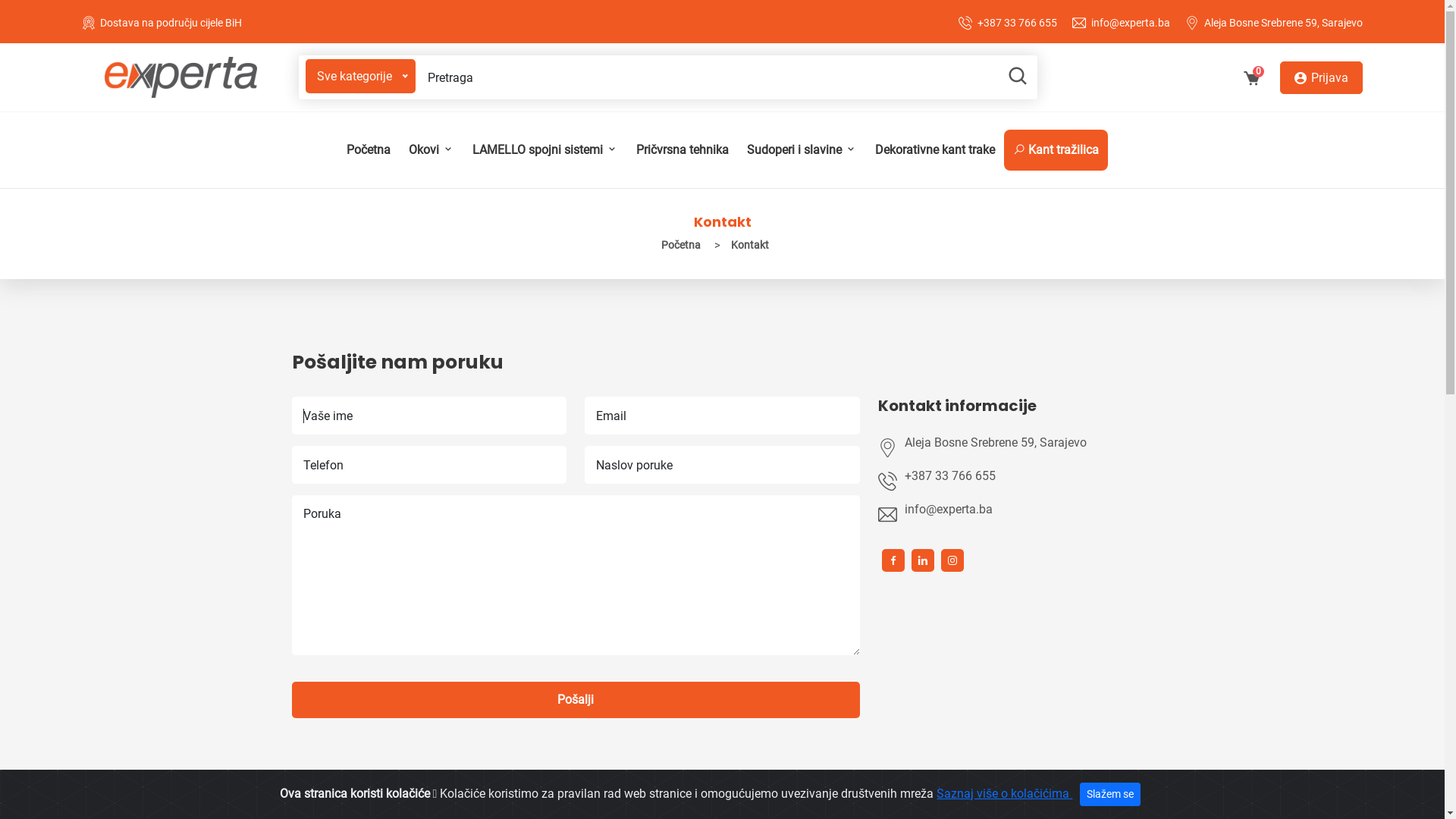 This screenshot has height=819, width=1456. Describe the element at coordinates (1022, 475) in the screenshot. I see `'+387 33 766 655'` at that location.